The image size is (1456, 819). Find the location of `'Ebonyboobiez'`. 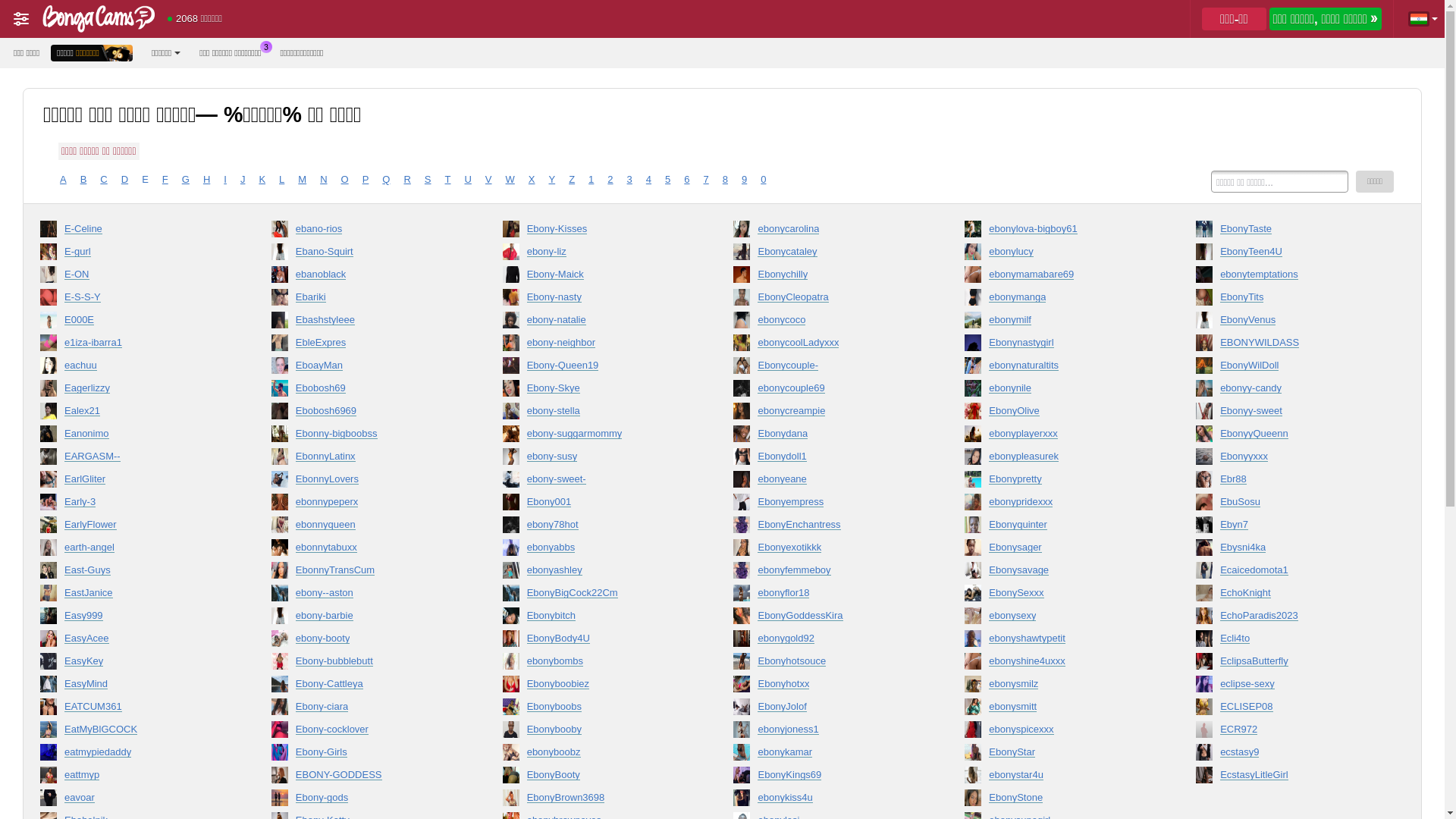

'Ebonyboobiez' is located at coordinates (596, 687).